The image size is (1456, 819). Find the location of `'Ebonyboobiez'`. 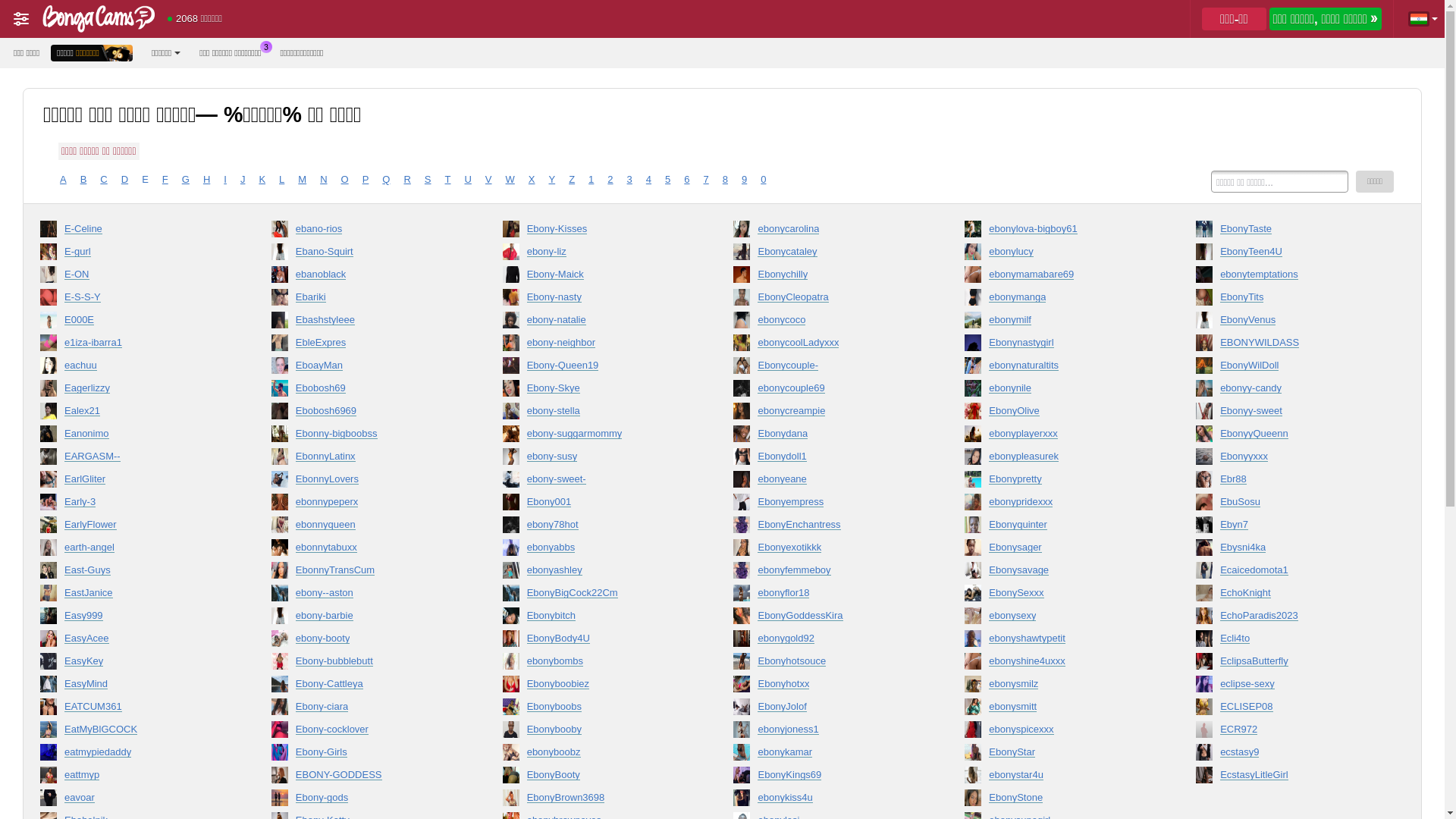

'Ebonyboobiez' is located at coordinates (596, 687).